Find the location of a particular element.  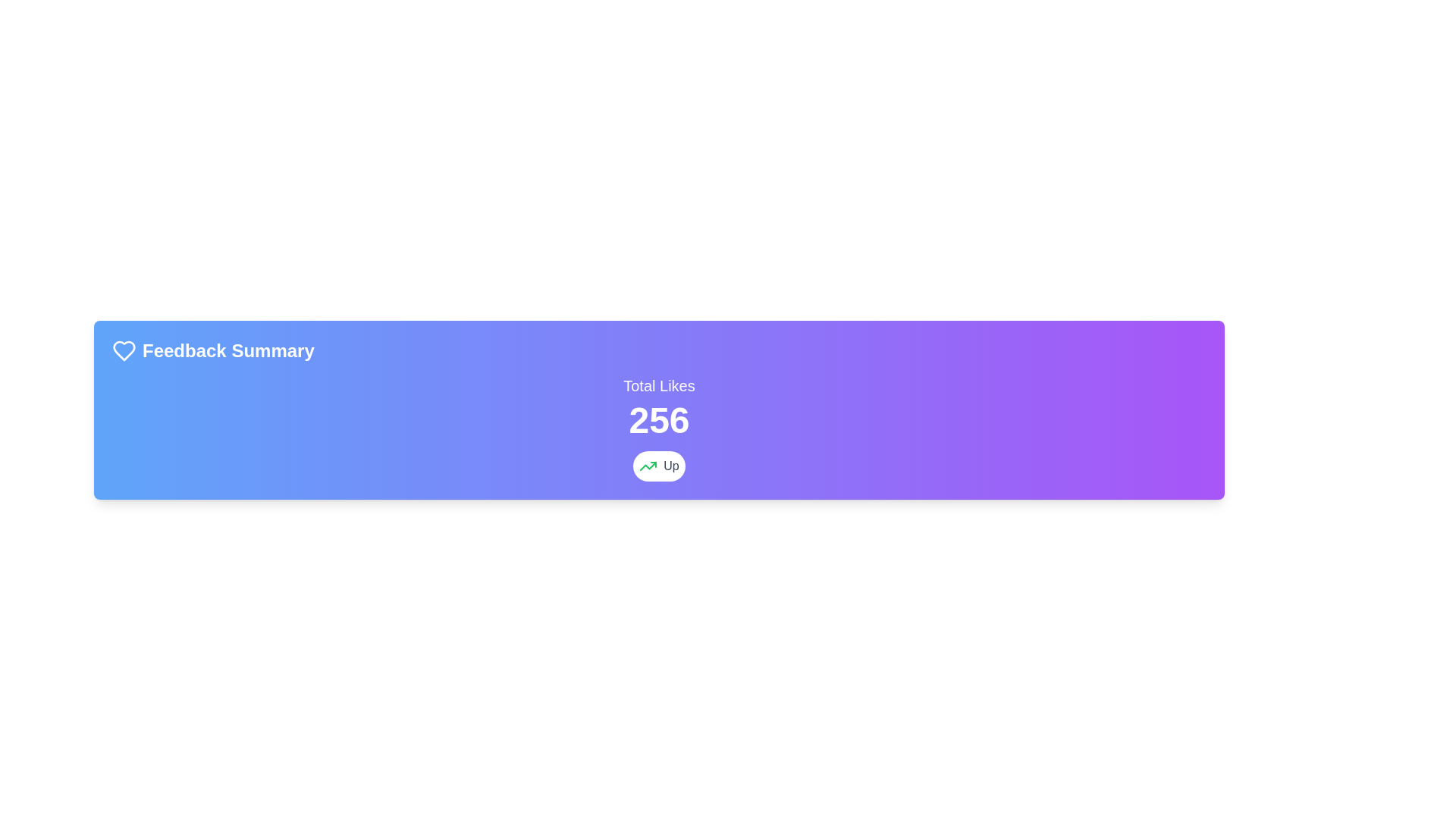

the small upward-trending arrow icon inside the circular white button labeled 'Up' is located at coordinates (648, 465).